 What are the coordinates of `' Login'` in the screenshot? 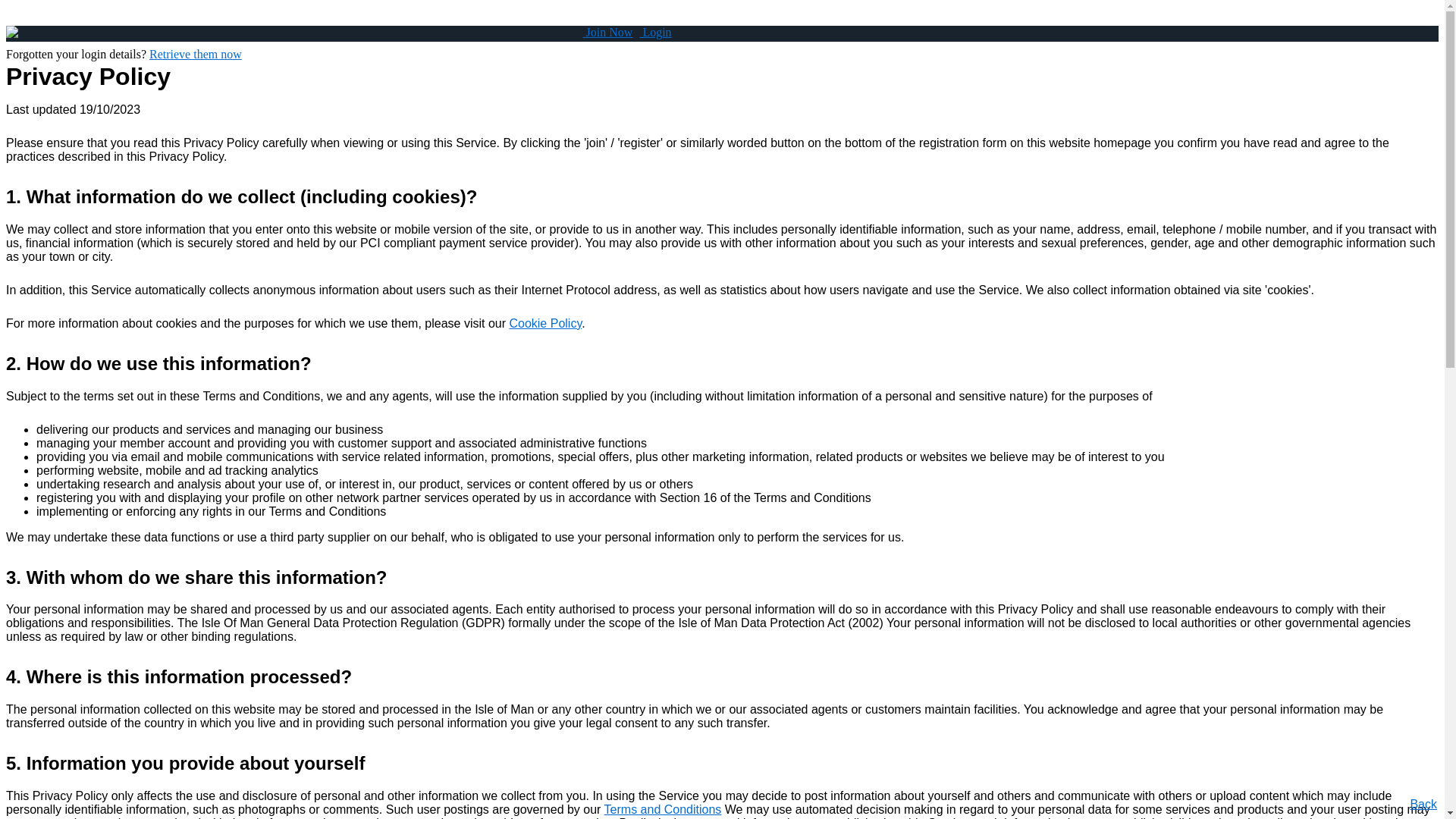 It's located at (639, 32).